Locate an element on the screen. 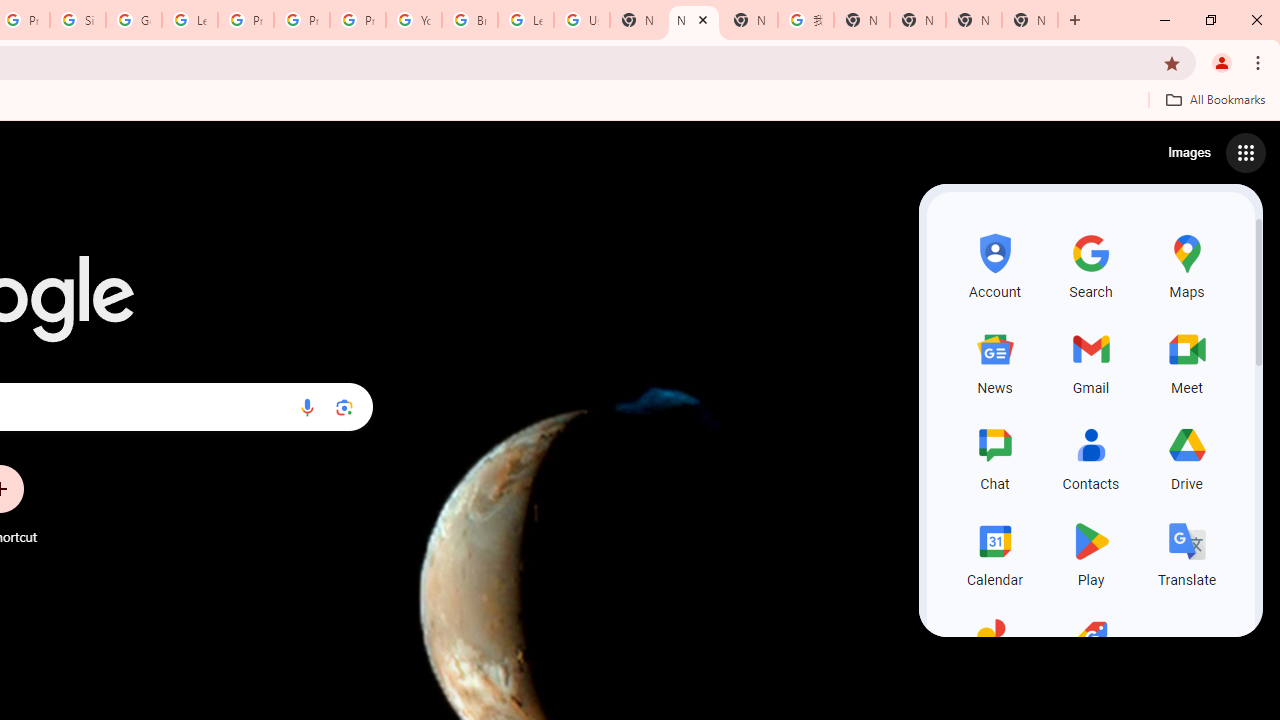 Image resolution: width=1280 pixels, height=720 pixels. 'New Tab' is located at coordinates (1030, 20).